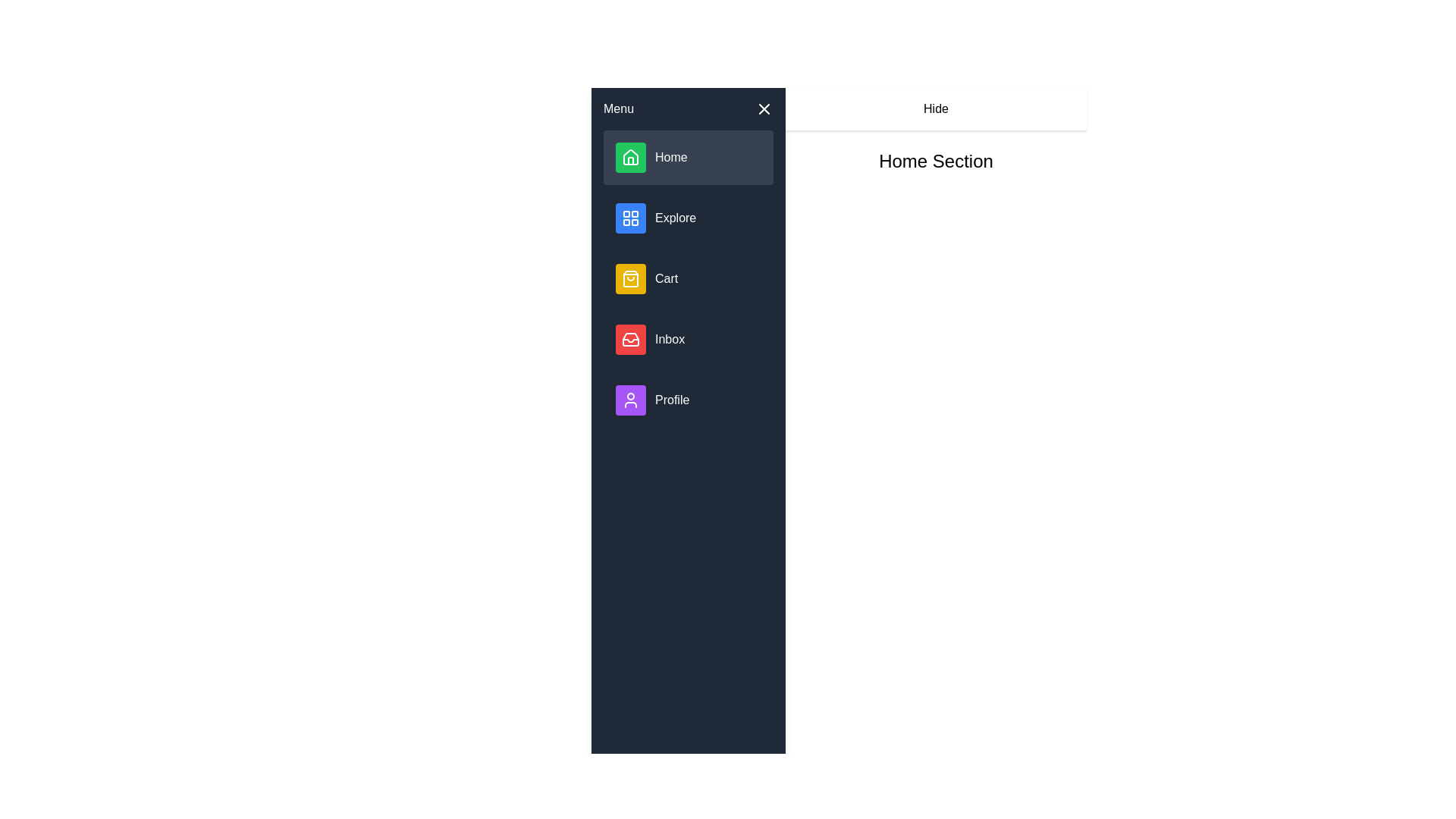  Describe the element at coordinates (630, 338) in the screenshot. I see `the red square-shaped icon with a white inbox symbol located in the vertical menu on the left side, which is the fourth item after Home, Explore, and Cart` at that location.